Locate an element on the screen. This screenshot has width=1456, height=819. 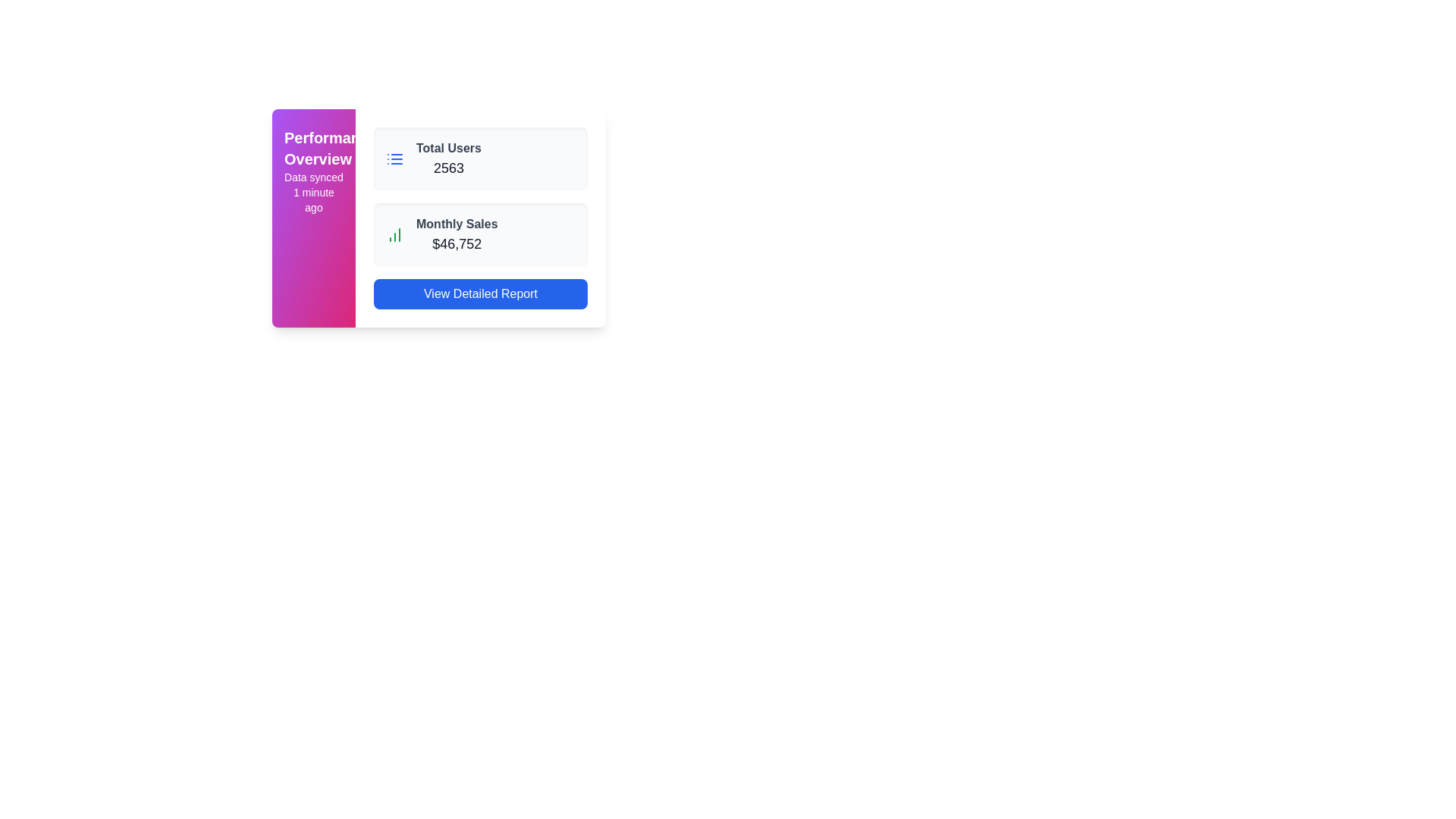
information displayed on the text label that states 'Data synced 1 minute ago', which is located below the 'Performance Overview' header and has a subtle font style is located at coordinates (312, 192).